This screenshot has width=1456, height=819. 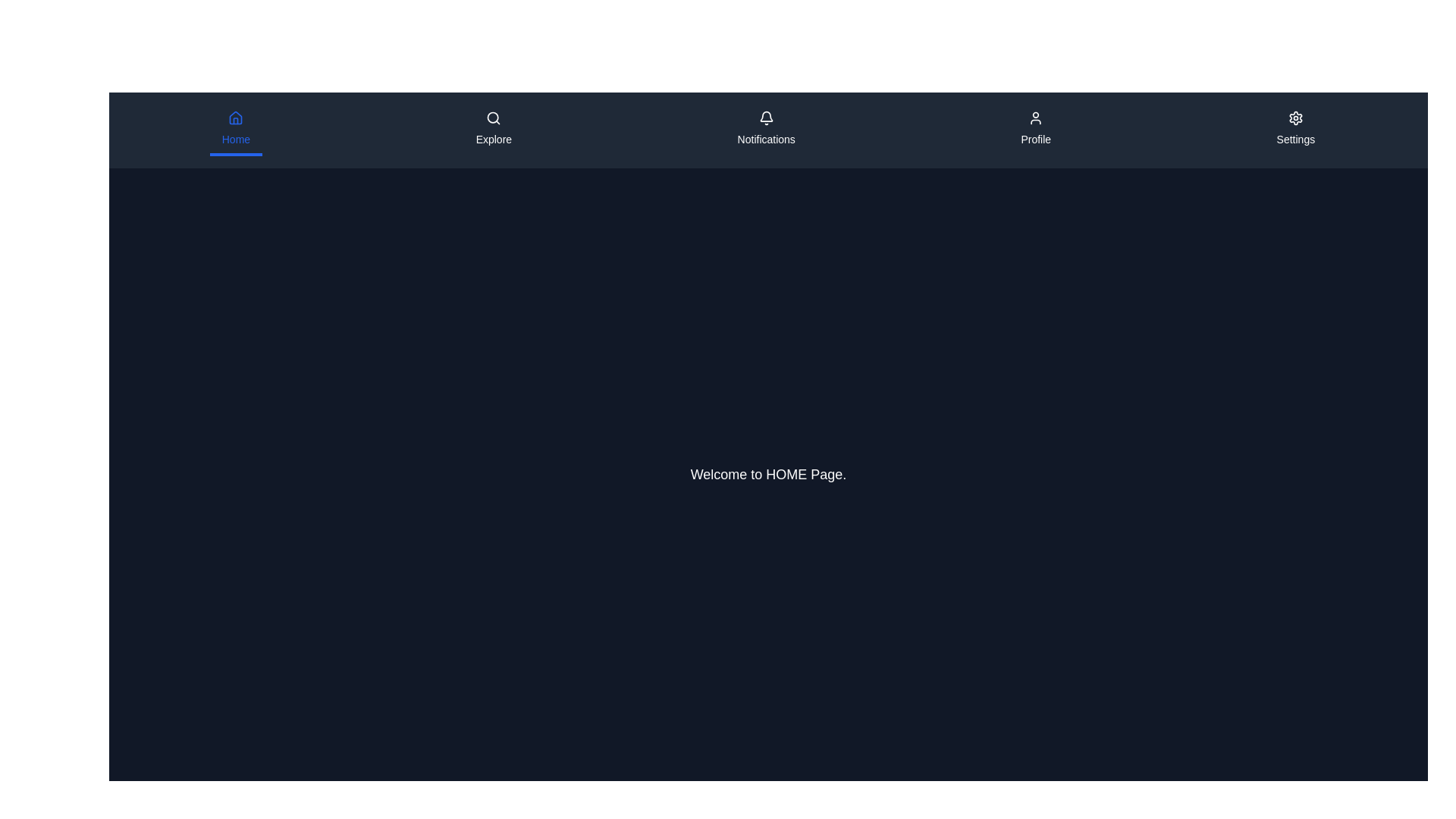 What do you see at coordinates (494, 117) in the screenshot?
I see `the search icon in the navigation bar located directly above the 'Explore' label` at bounding box center [494, 117].